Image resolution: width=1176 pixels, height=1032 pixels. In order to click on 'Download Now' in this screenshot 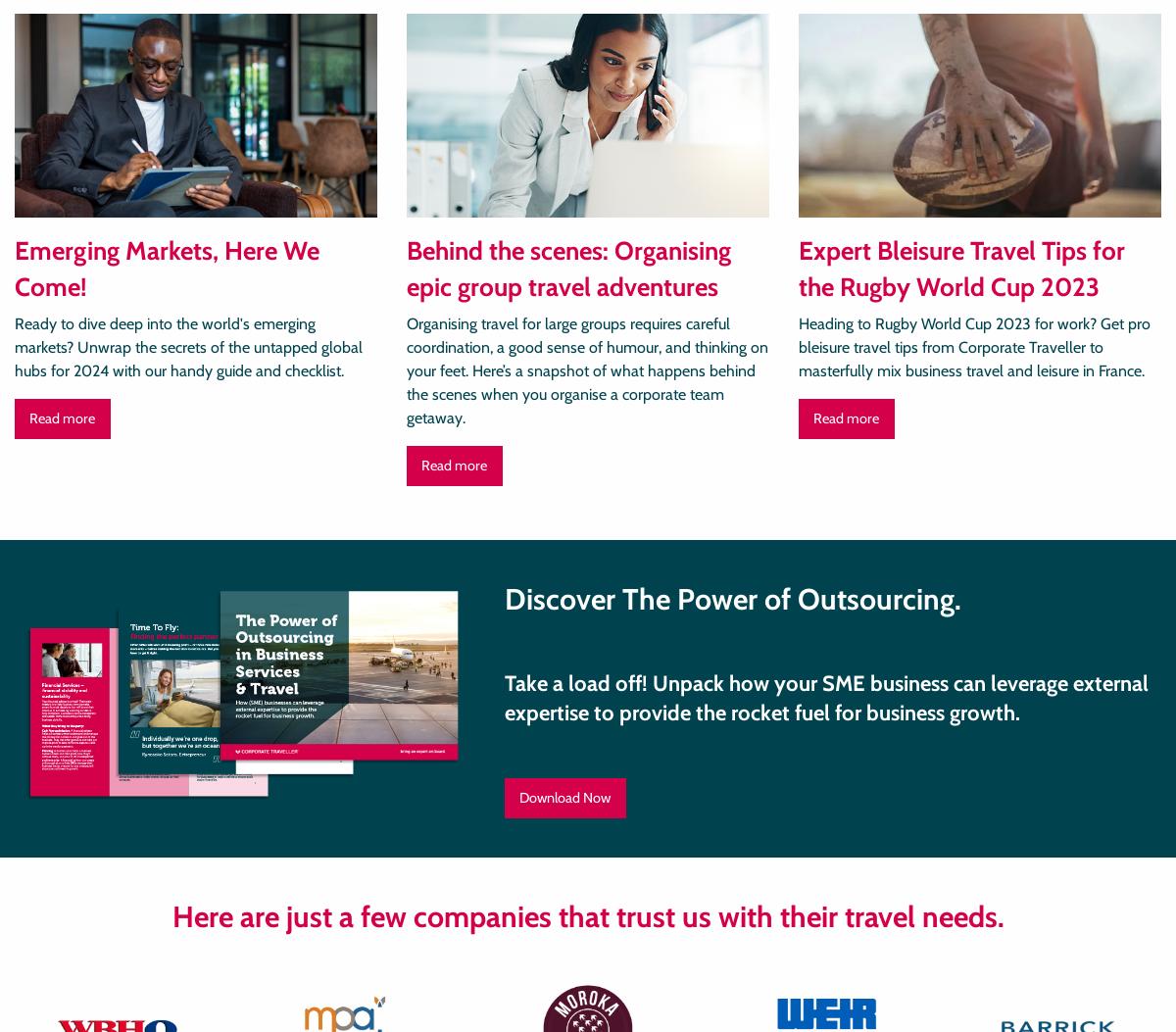, I will do `click(563, 797)`.